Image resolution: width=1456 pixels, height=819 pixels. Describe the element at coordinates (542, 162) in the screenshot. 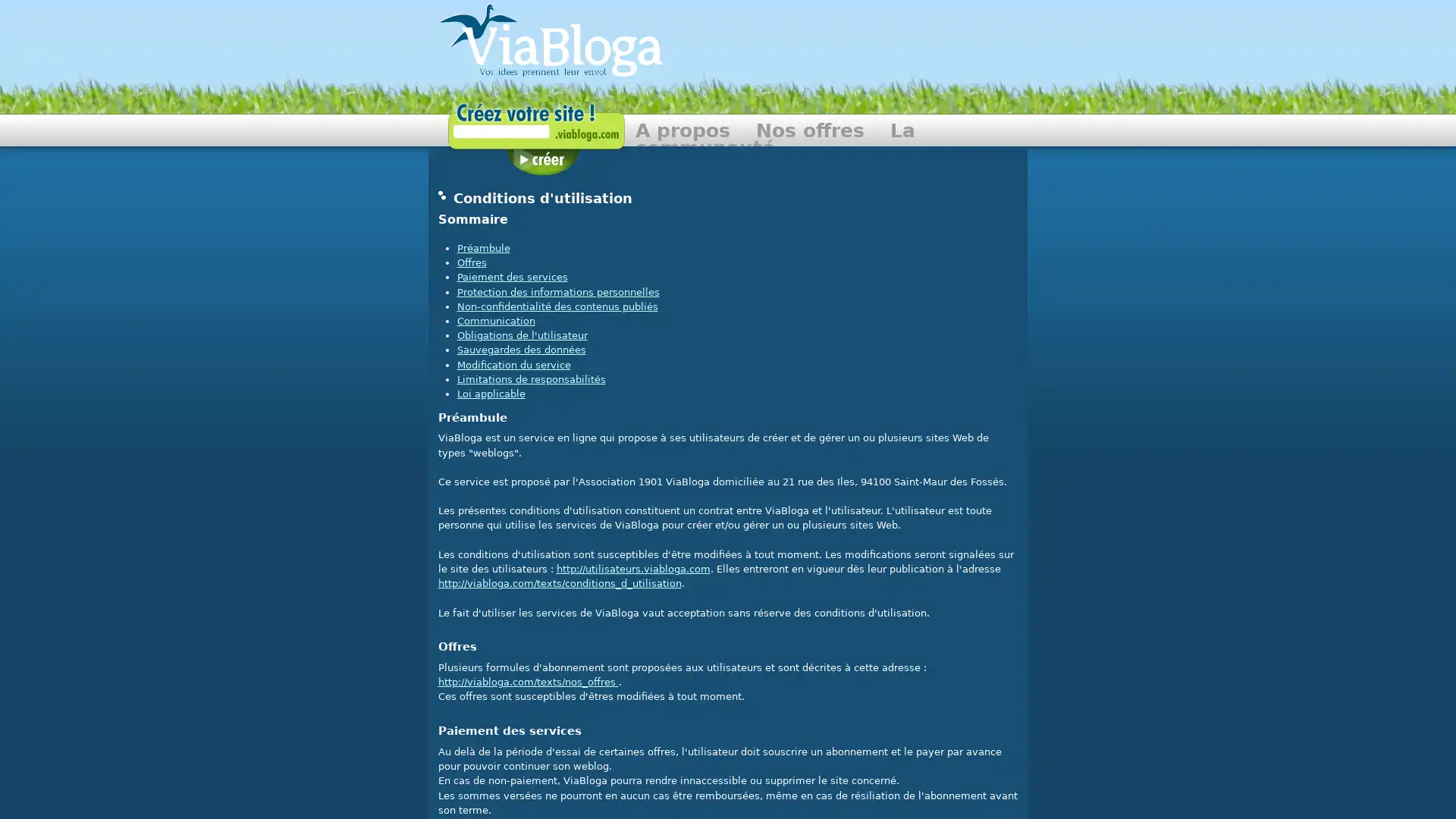

I see `Creer` at that location.